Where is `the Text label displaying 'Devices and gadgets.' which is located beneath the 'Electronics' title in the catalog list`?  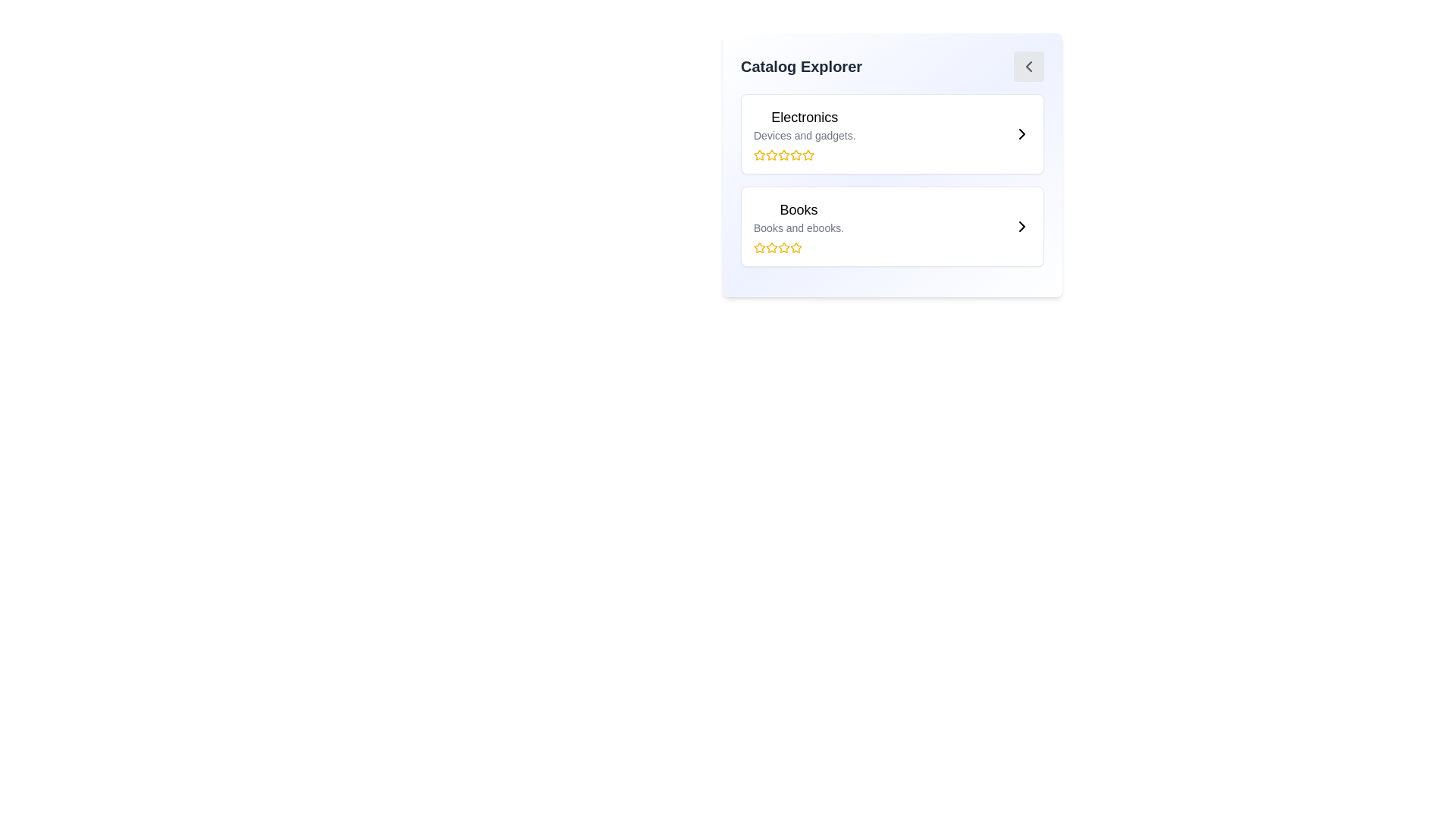
the Text label displaying 'Devices and gadgets.' which is located beneath the 'Electronics' title in the catalog list is located at coordinates (804, 134).